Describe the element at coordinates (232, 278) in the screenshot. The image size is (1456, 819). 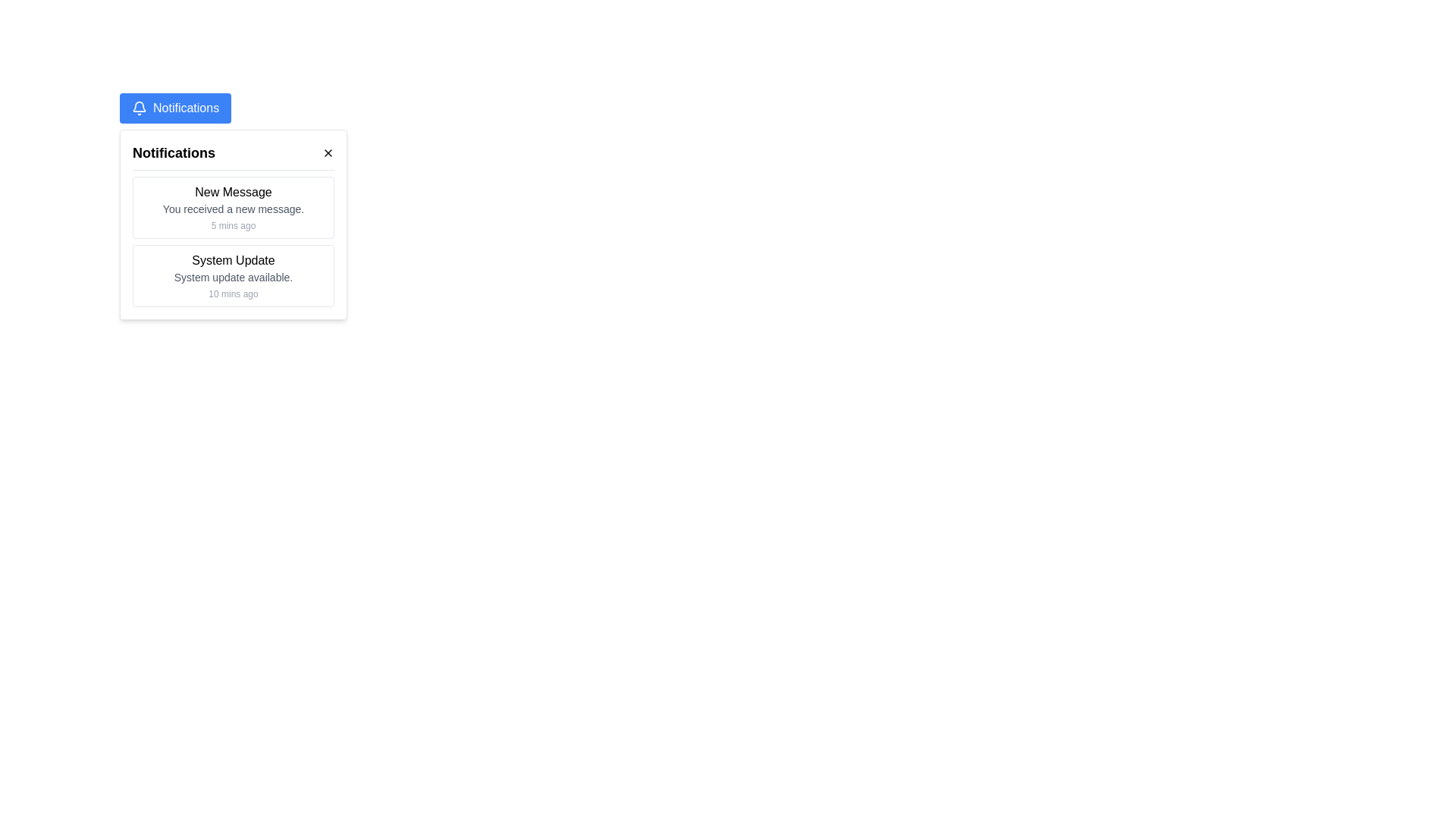
I see `the static text label that displays a notification message about a system update, which is positioned centrally below the title 'System Update' in the notifications panel` at that location.